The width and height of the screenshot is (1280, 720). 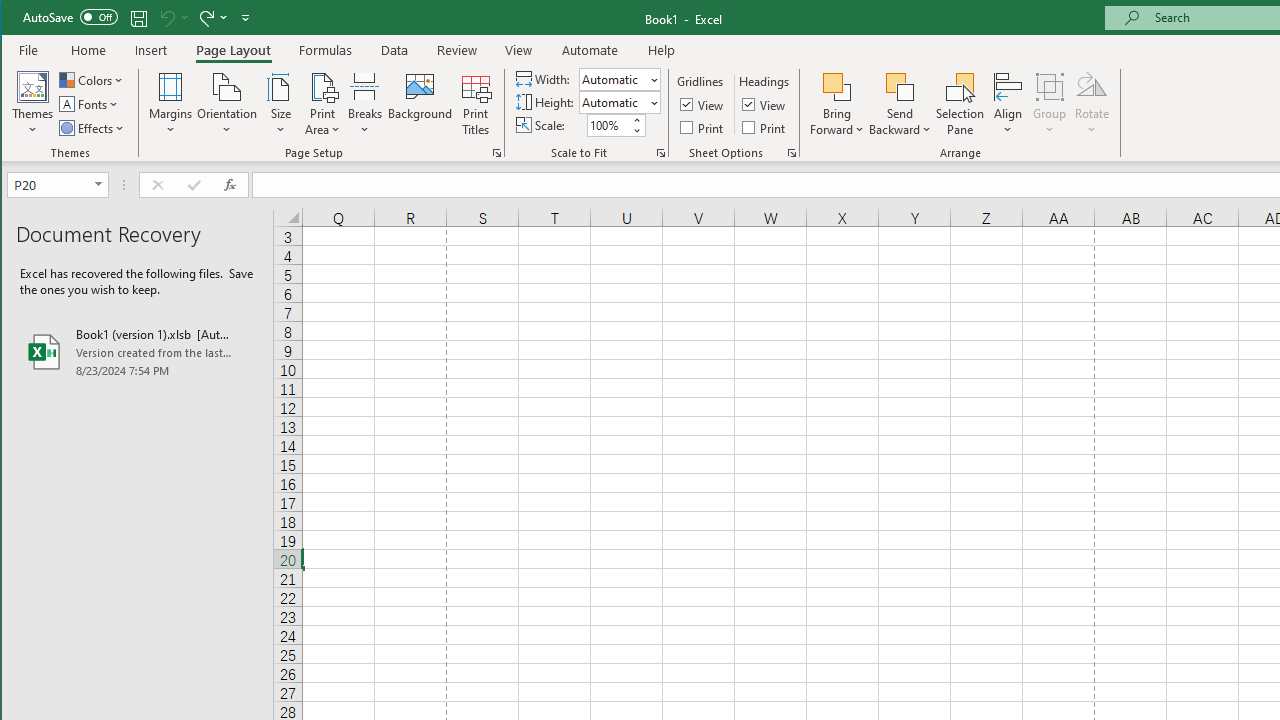 What do you see at coordinates (1008, 104) in the screenshot?
I see `'Align'` at bounding box center [1008, 104].